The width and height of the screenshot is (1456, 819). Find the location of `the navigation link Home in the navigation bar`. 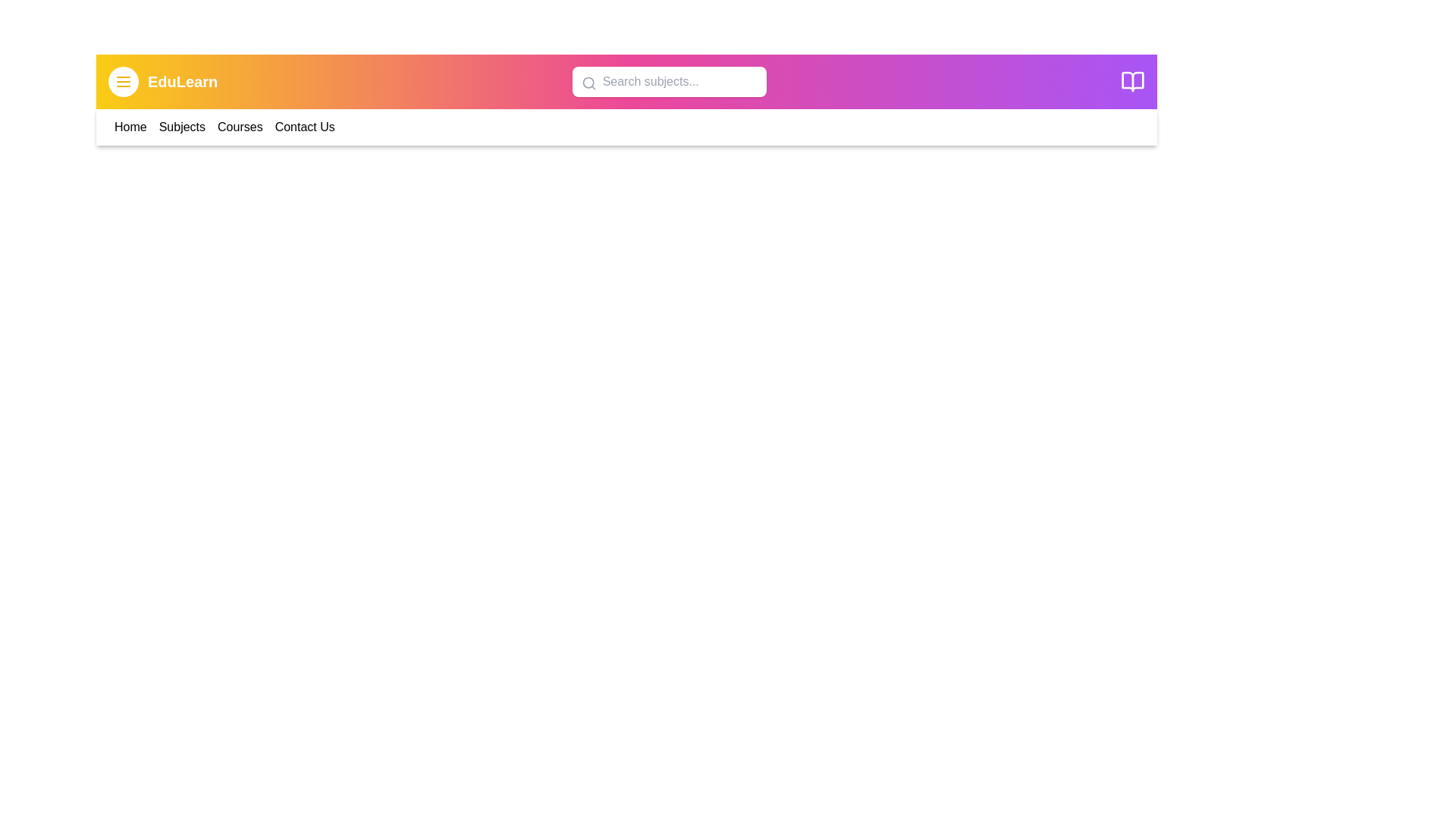

the navigation link Home in the navigation bar is located at coordinates (130, 127).